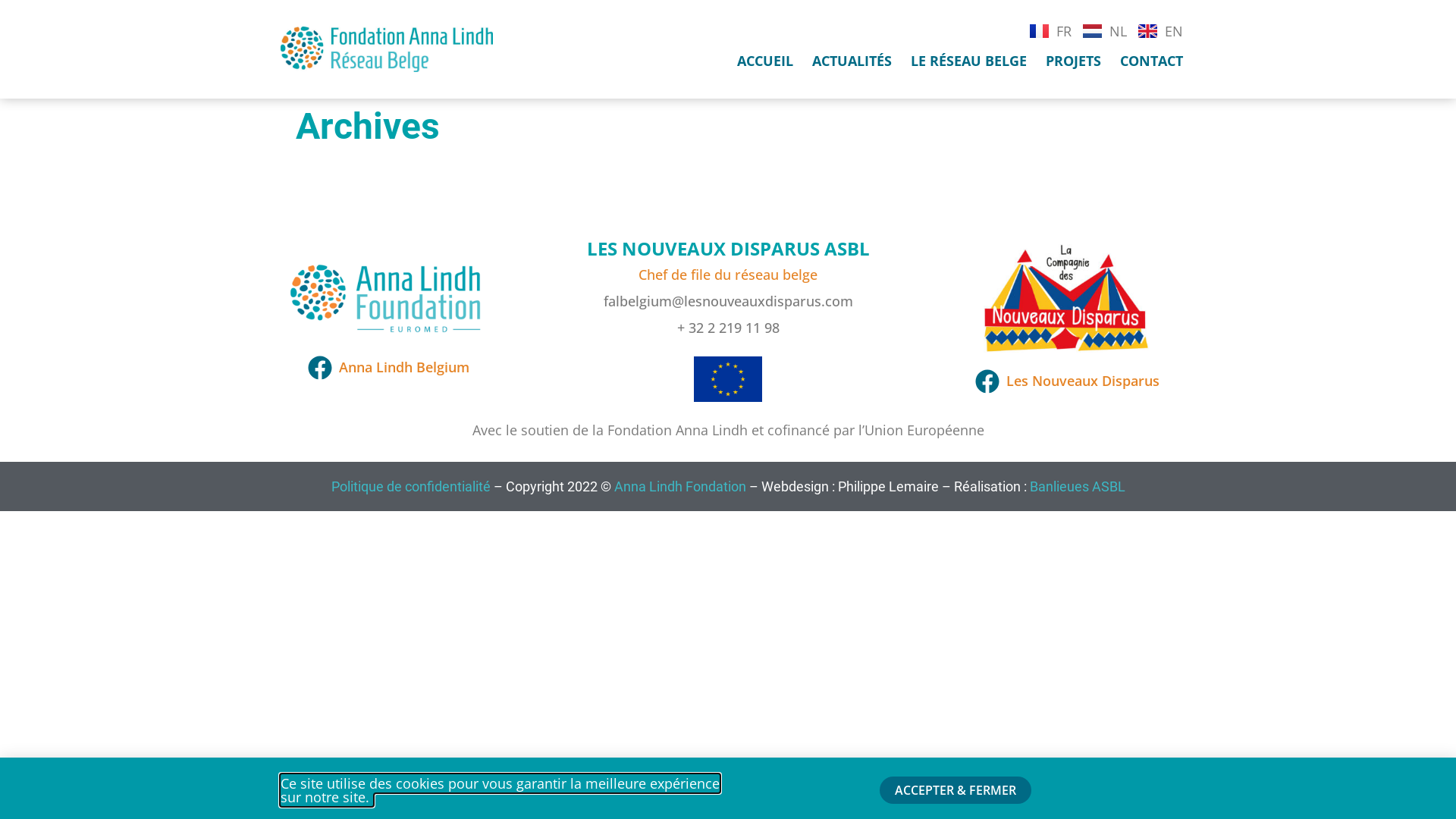 The width and height of the screenshot is (1456, 819). Describe the element at coordinates (764, 60) in the screenshot. I see `'ACCUEIL'` at that location.